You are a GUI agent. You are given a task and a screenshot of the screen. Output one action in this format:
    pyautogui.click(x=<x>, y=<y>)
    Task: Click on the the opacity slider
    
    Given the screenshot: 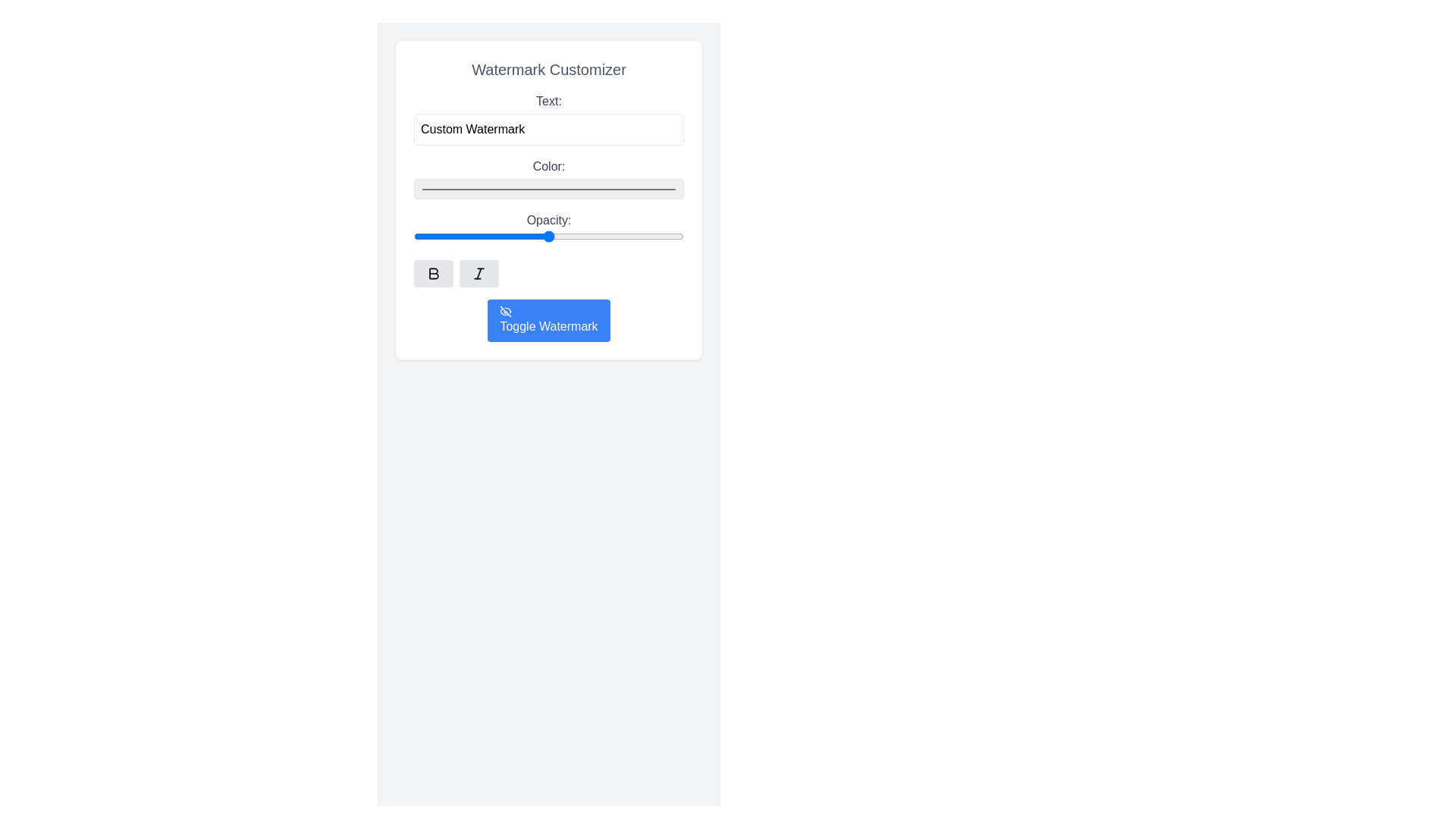 What is the action you would take?
    pyautogui.click(x=414, y=237)
    